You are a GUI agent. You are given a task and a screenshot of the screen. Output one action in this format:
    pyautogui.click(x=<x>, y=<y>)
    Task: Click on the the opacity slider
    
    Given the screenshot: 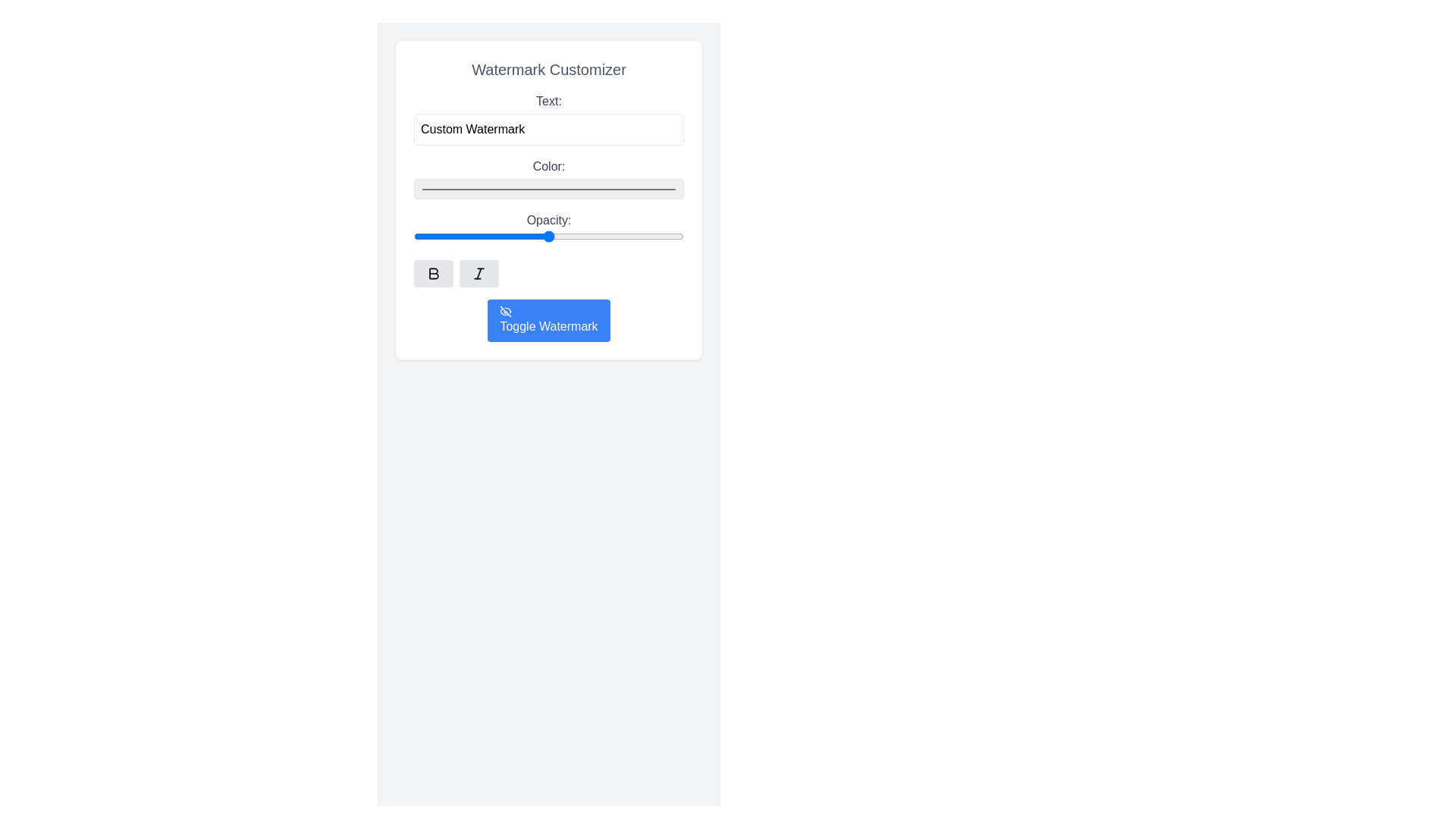 What is the action you would take?
    pyautogui.click(x=414, y=237)
    